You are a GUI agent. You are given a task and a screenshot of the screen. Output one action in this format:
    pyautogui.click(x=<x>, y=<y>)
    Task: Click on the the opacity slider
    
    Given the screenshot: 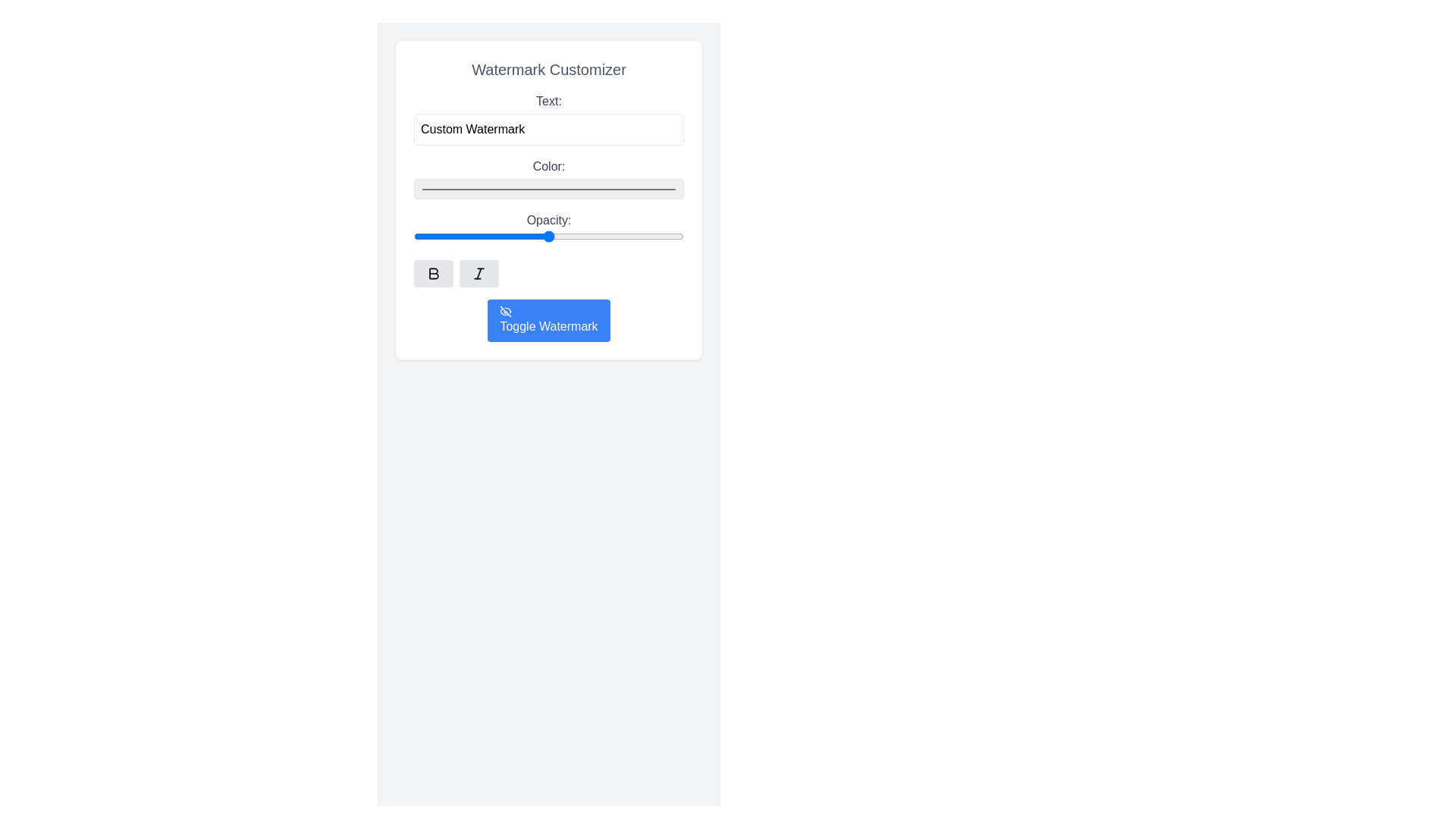 What is the action you would take?
    pyautogui.click(x=414, y=237)
    